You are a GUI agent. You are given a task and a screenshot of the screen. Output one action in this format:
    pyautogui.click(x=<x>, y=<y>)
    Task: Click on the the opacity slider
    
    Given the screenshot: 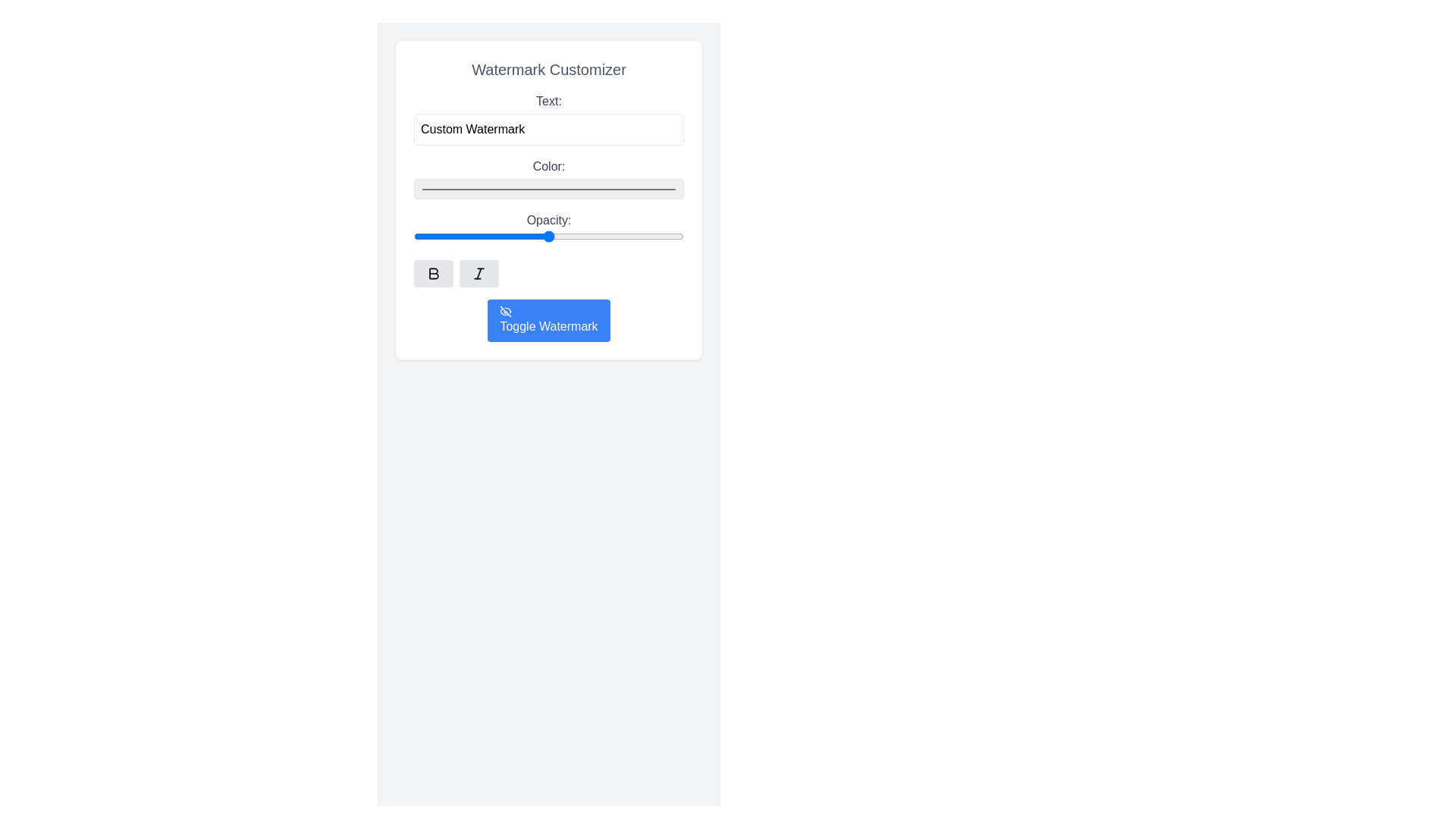 What is the action you would take?
    pyautogui.click(x=414, y=237)
    